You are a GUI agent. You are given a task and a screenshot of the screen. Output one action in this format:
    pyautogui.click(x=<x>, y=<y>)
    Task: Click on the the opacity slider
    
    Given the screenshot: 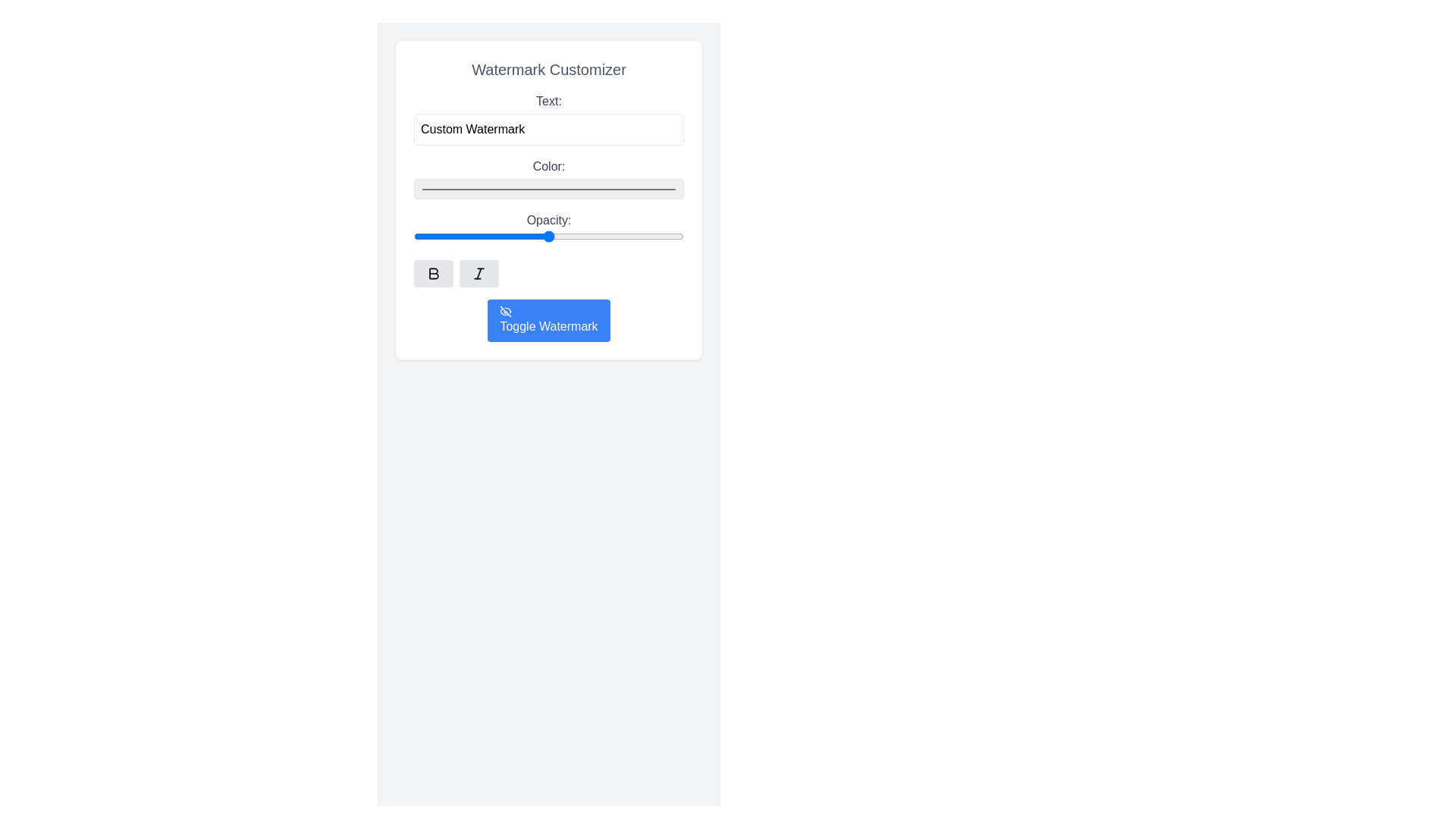 What is the action you would take?
    pyautogui.click(x=414, y=237)
    